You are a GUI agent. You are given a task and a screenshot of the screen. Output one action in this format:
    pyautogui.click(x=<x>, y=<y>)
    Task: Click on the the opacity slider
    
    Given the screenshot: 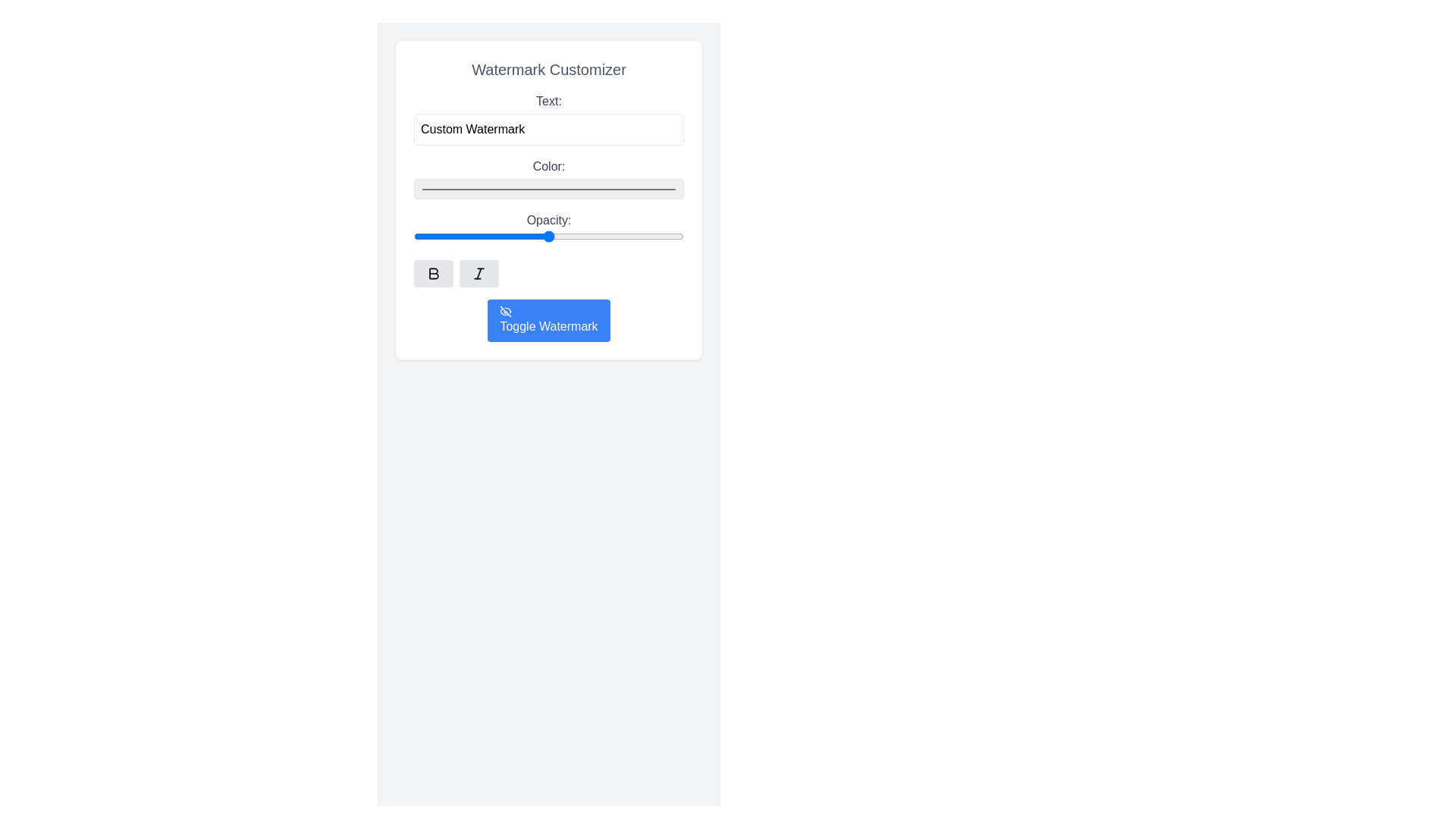 What is the action you would take?
    pyautogui.click(x=414, y=237)
    